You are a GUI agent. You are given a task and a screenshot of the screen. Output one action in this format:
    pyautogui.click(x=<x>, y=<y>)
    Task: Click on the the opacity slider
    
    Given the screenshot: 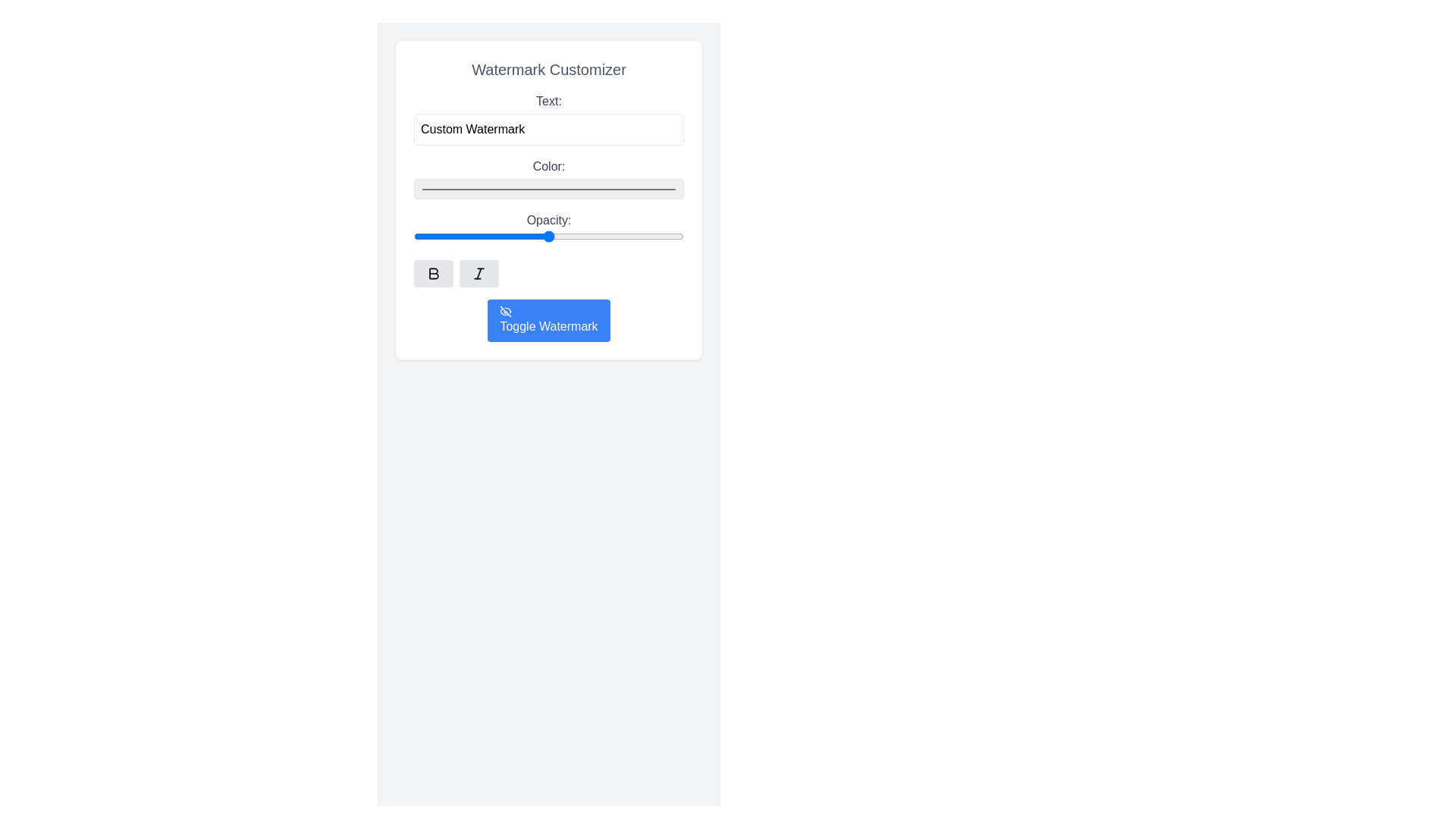 What is the action you would take?
    pyautogui.click(x=414, y=237)
    